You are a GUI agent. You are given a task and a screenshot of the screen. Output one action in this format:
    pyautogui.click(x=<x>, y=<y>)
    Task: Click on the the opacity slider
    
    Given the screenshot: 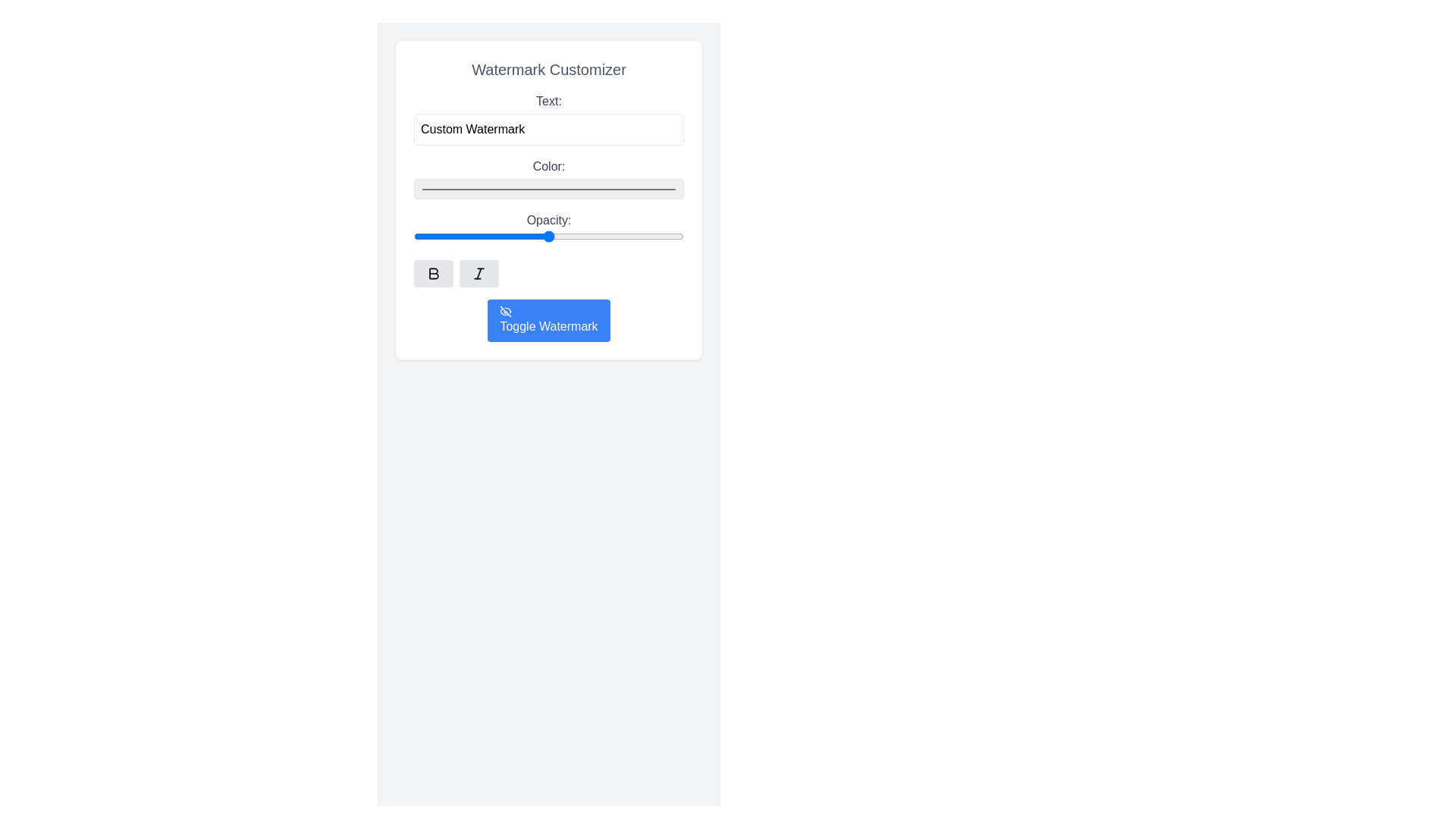 What is the action you would take?
    pyautogui.click(x=414, y=237)
    